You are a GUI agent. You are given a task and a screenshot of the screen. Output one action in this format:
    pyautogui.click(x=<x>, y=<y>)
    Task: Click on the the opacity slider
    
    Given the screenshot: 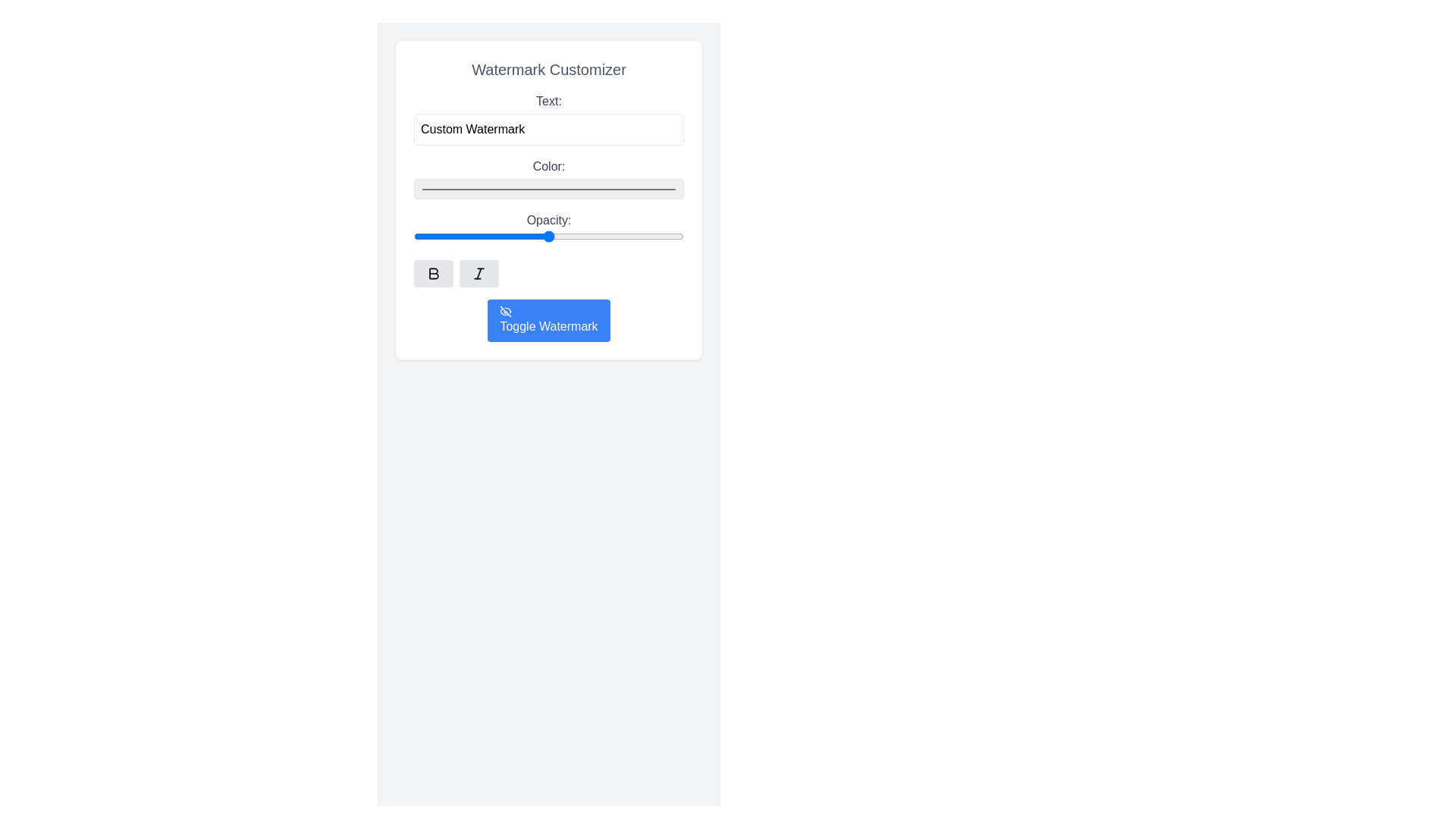 What is the action you would take?
    pyautogui.click(x=414, y=237)
    